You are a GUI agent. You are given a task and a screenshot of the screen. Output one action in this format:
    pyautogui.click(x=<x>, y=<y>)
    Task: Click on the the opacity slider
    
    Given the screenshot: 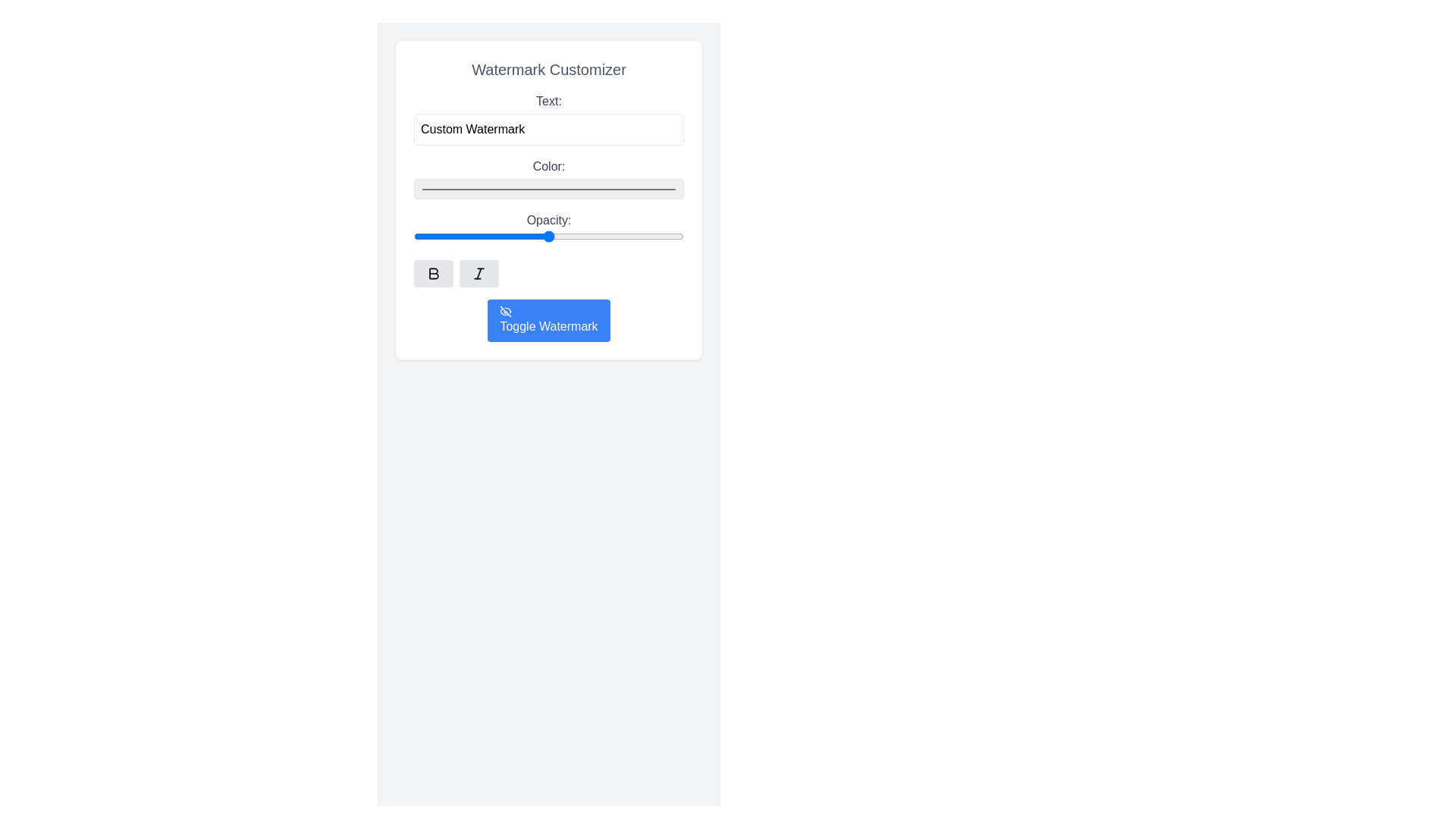 What is the action you would take?
    pyautogui.click(x=414, y=237)
    